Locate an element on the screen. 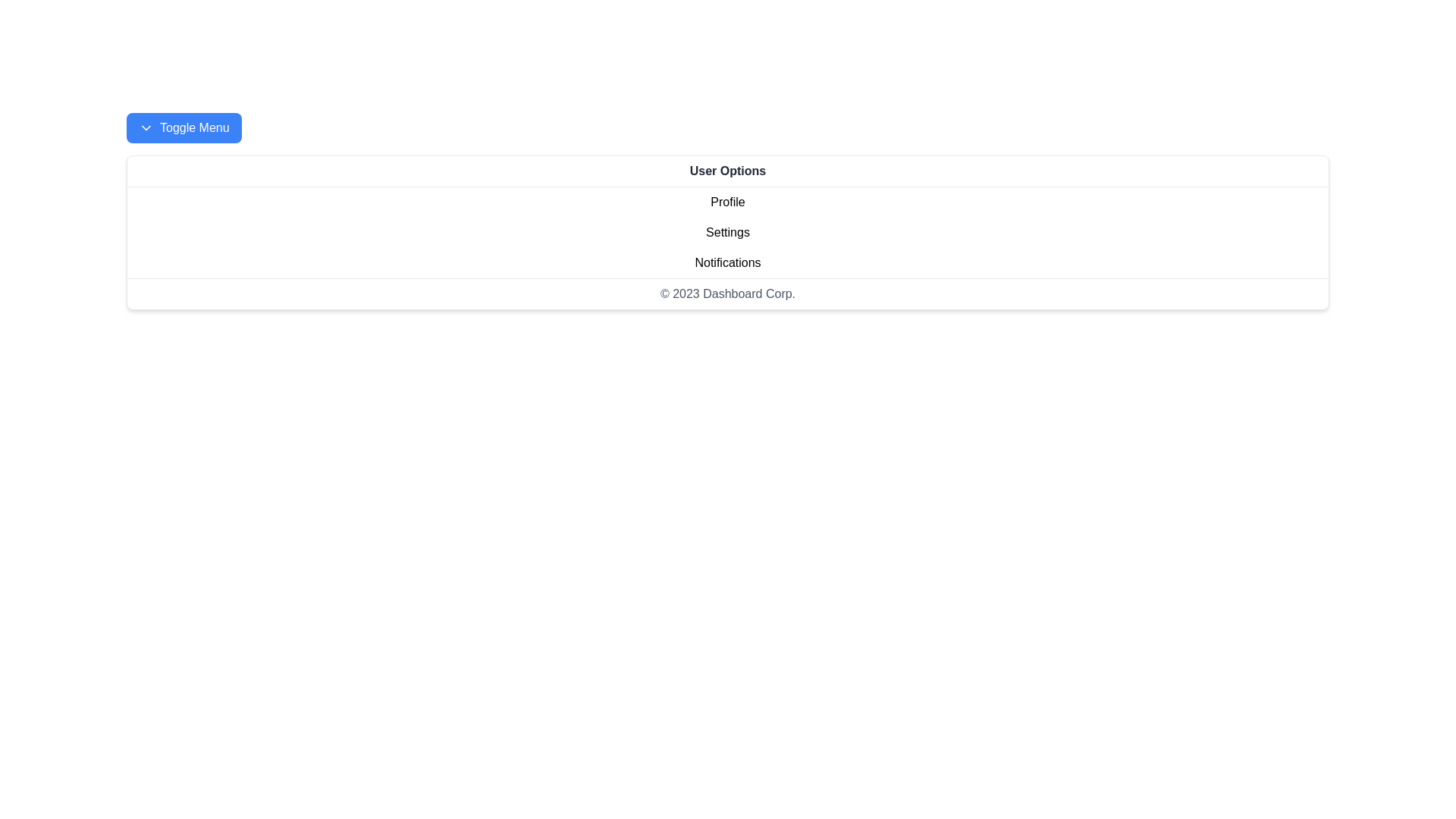 The height and width of the screenshot is (819, 1456). 'Toggle Menu' button to toggle the drawer is located at coordinates (182, 127).